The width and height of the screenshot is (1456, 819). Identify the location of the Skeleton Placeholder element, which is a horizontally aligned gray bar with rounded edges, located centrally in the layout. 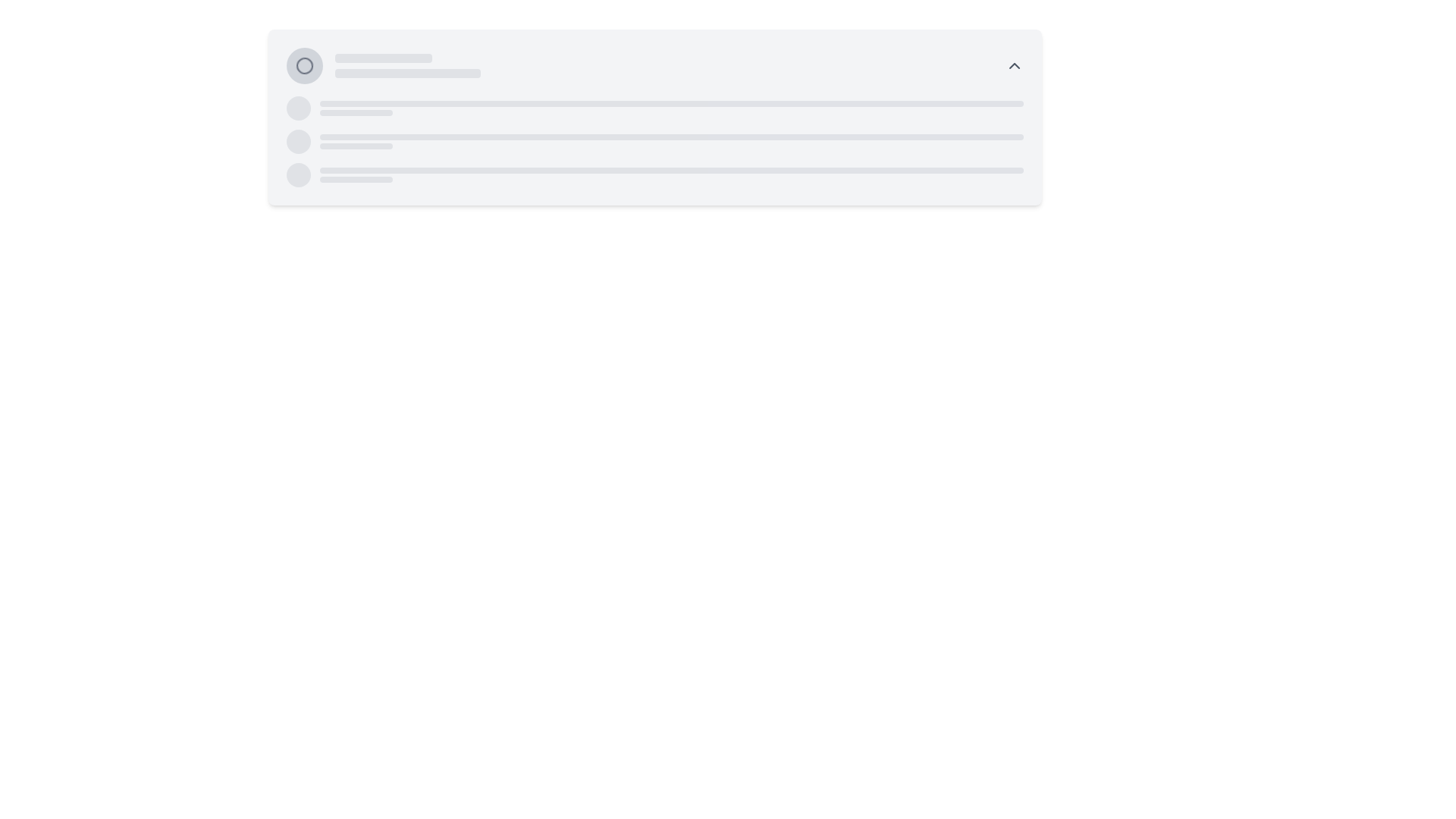
(671, 141).